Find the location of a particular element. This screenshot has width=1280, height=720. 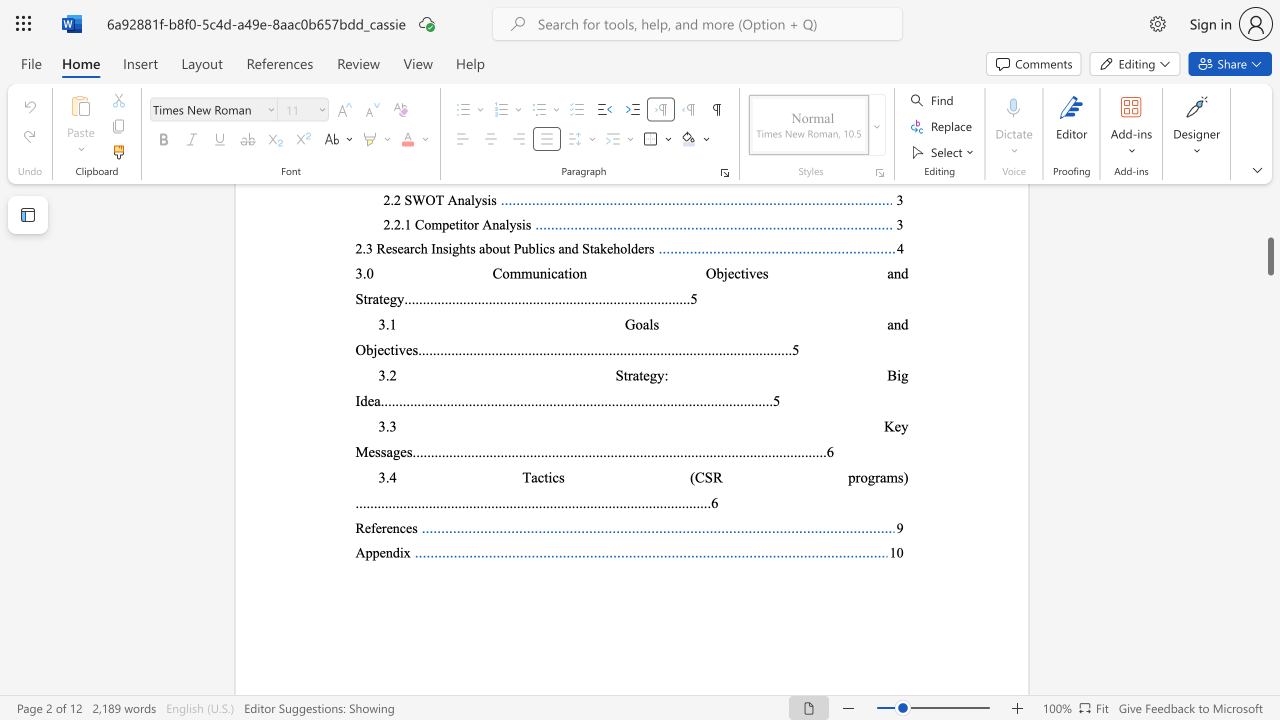

the 13th character "." in the text is located at coordinates (400, 501).